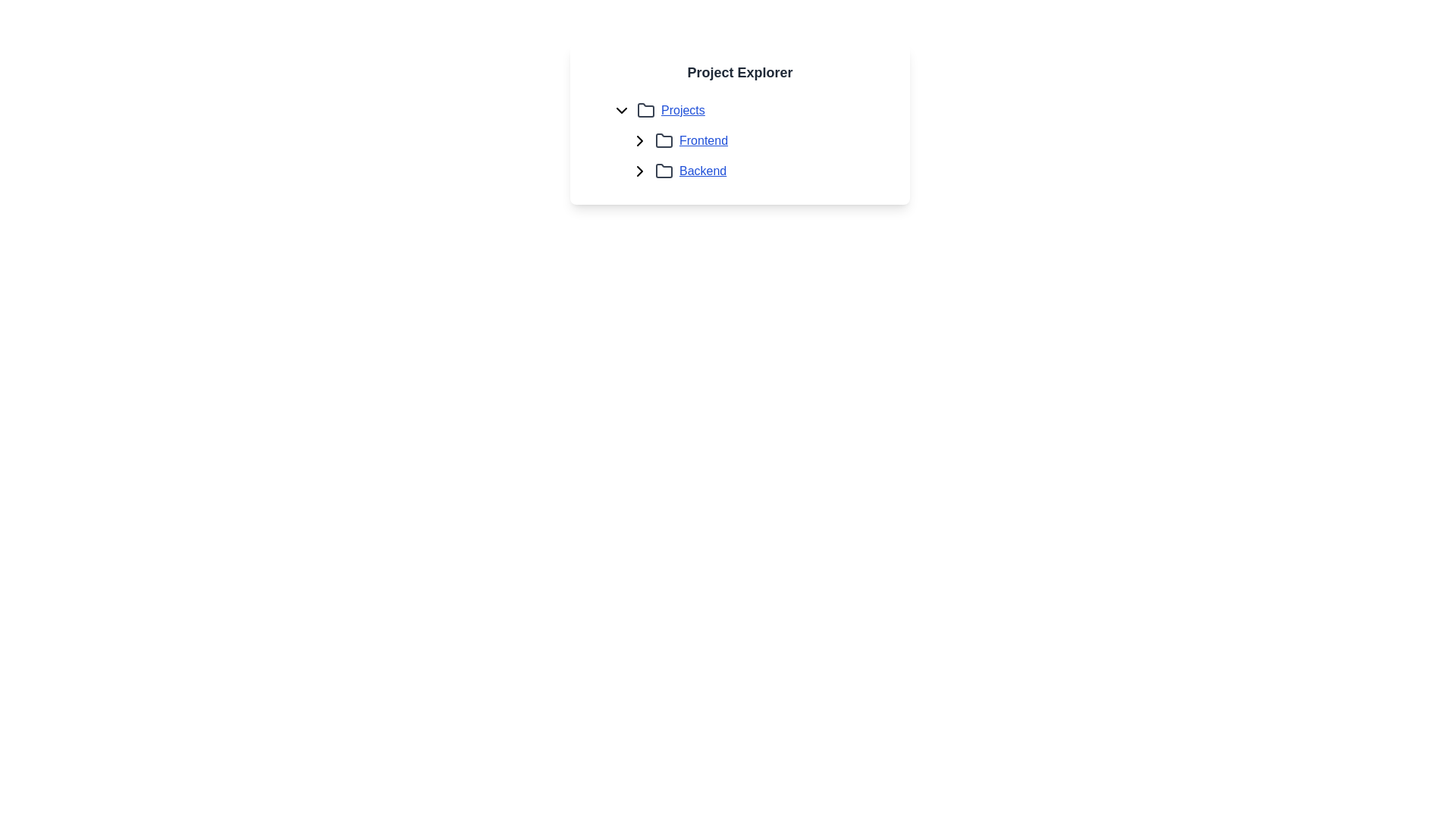 The height and width of the screenshot is (819, 1456). I want to click on the downward-facing chevron icon next to the 'Projects' text link, so click(622, 110).